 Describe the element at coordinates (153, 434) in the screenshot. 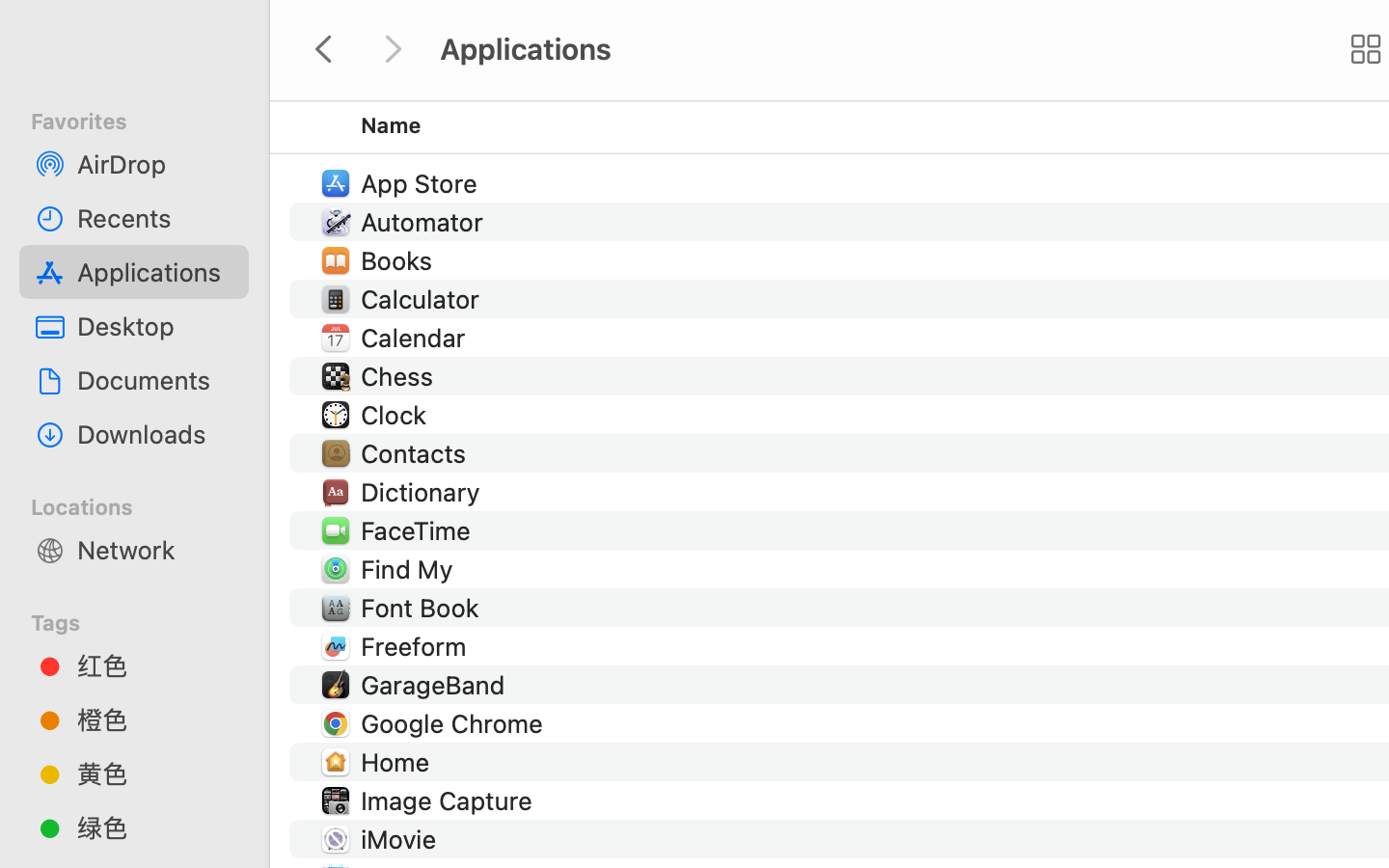

I see `'Downloads'` at that location.